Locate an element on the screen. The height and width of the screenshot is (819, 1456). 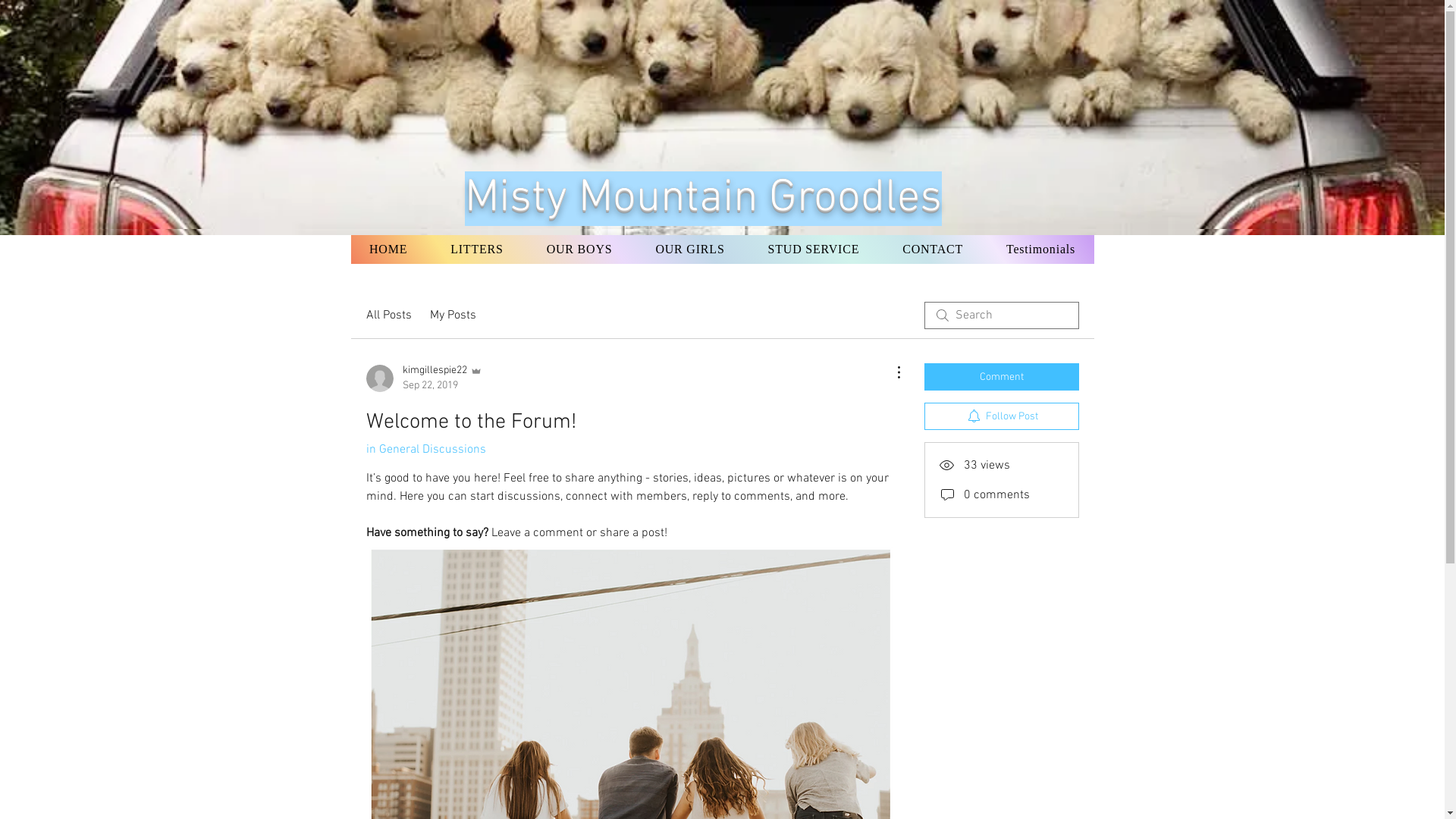
'Follow Post' is located at coordinates (1001, 416).